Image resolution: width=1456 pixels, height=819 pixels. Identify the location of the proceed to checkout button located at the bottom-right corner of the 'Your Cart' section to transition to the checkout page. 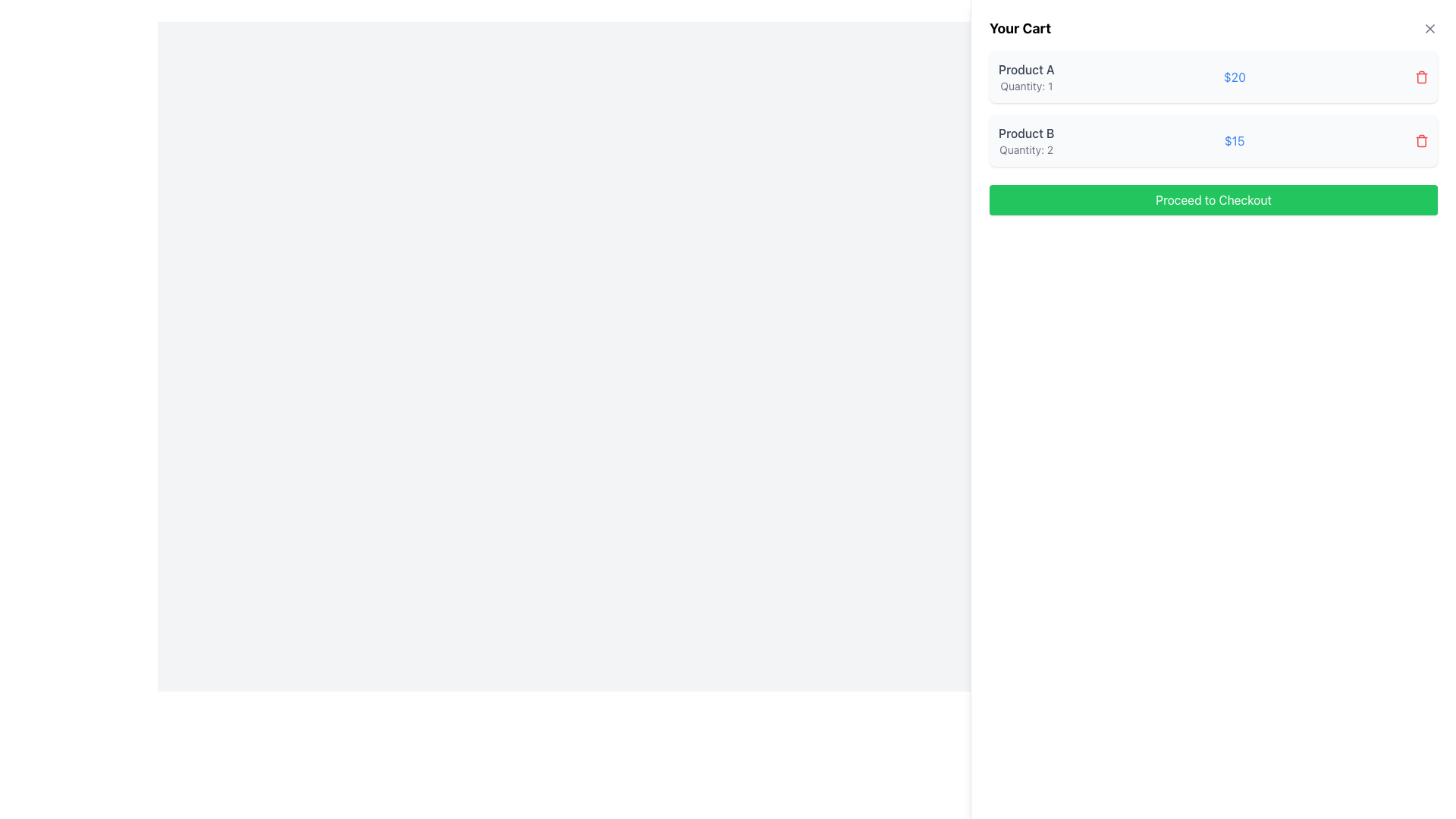
(1212, 199).